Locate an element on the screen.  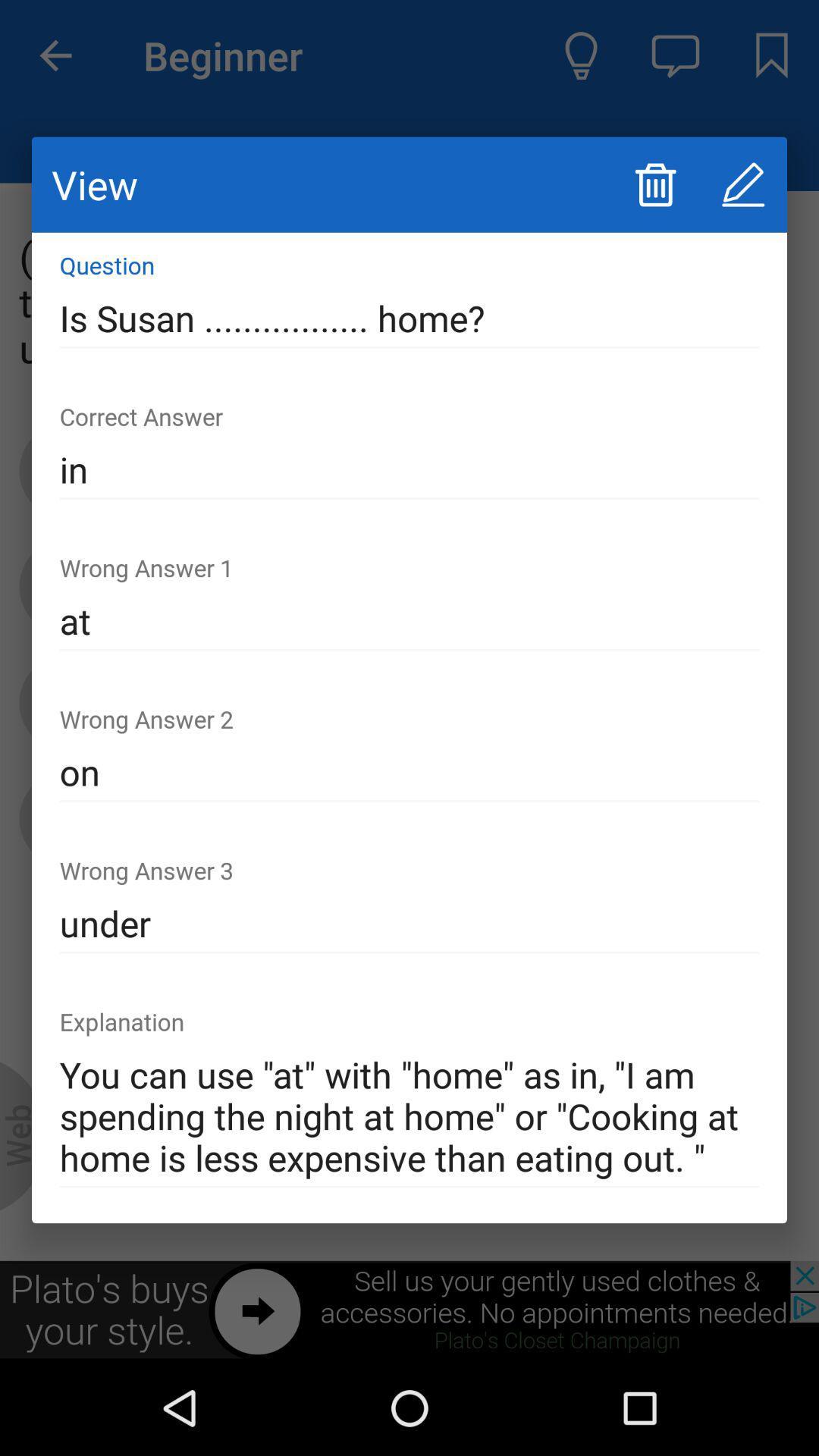
edit is located at coordinates (742, 184).